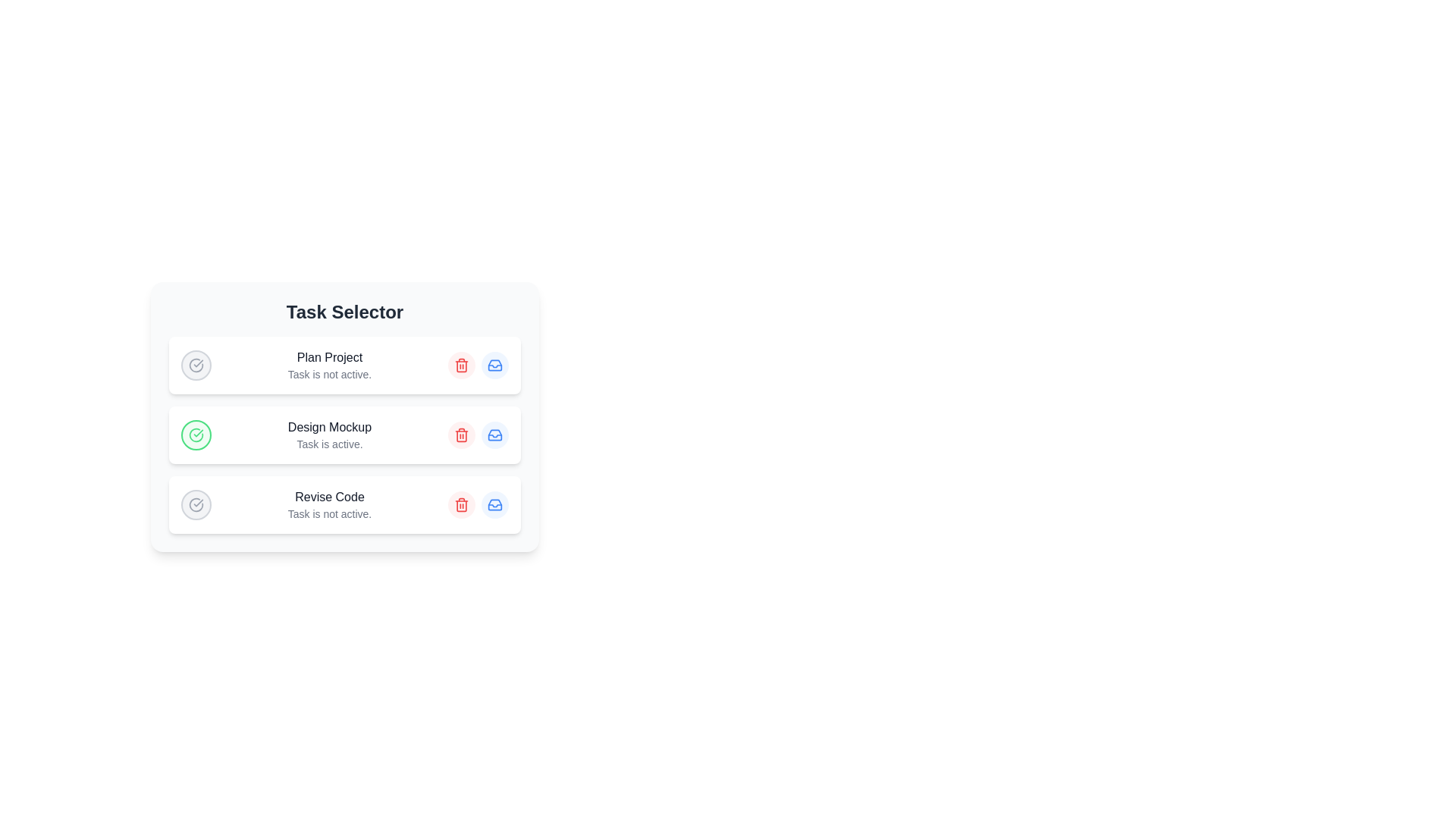  What do you see at coordinates (329, 366) in the screenshot?
I see `the informational text block that provides details about the task 'Plan Project' and its status 'Task is not active.' located in the first card of the task items list` at bounding box center [329, 366].